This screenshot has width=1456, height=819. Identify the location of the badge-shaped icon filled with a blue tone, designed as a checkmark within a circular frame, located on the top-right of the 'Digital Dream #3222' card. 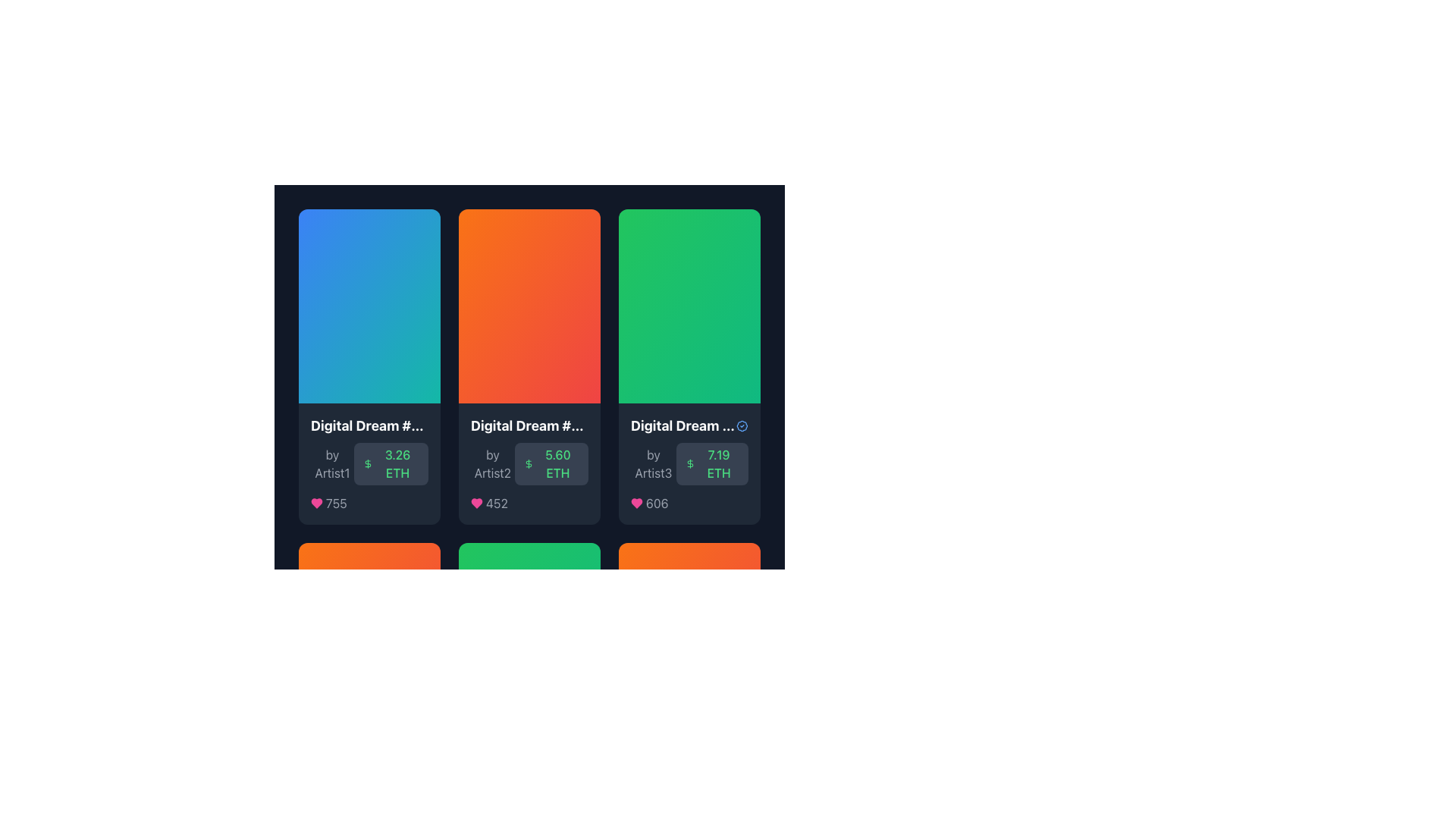
(742, 426).